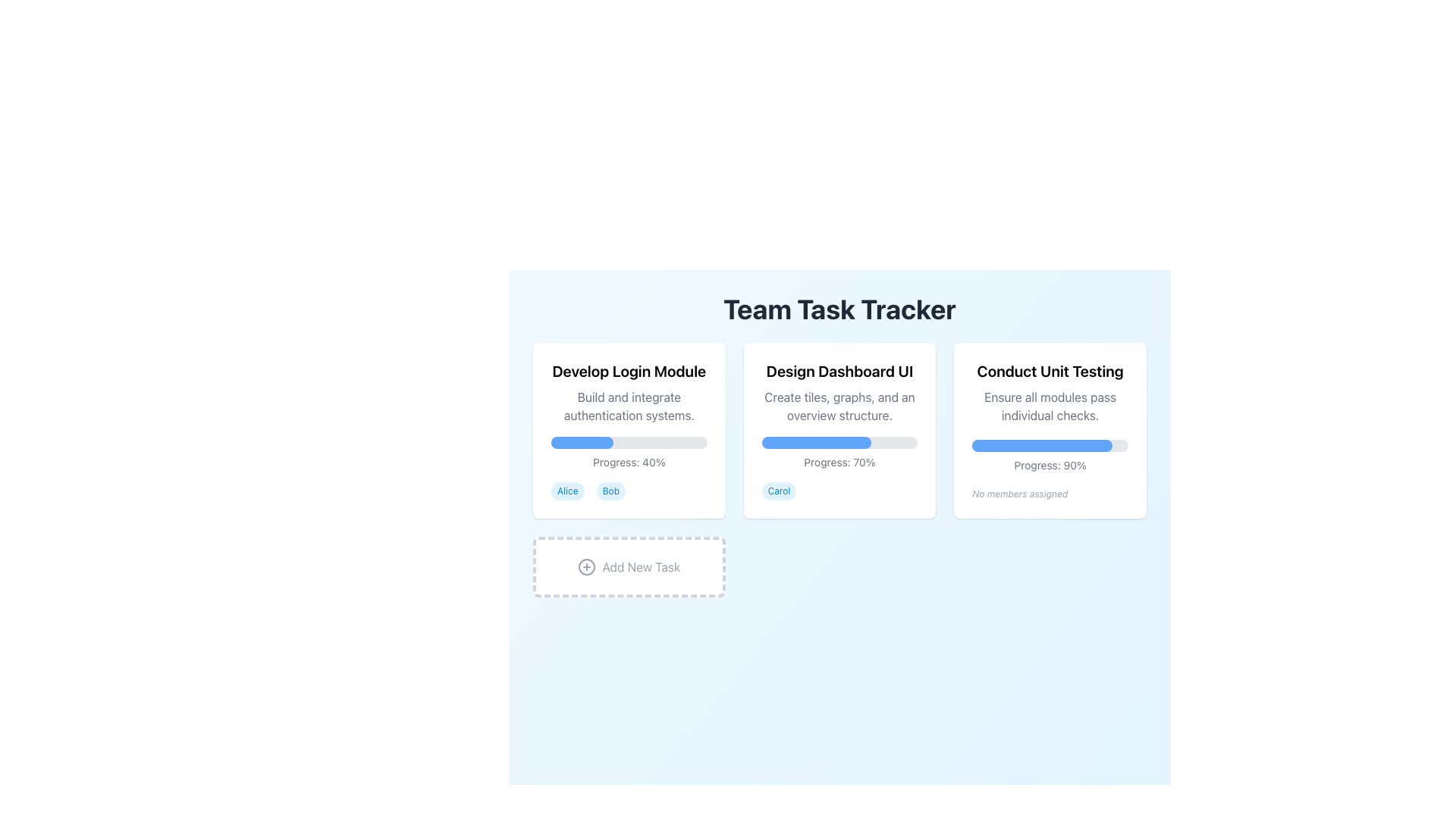 The width and height of the screenshot is (1456, 819). Describe the element at coordinates (629, 430) in the screenshot. I see `the task card titled 'Develop Login Module', which details the task's description, progress, and assigned members, located in the upper-left corner of the grid layout` at that location.